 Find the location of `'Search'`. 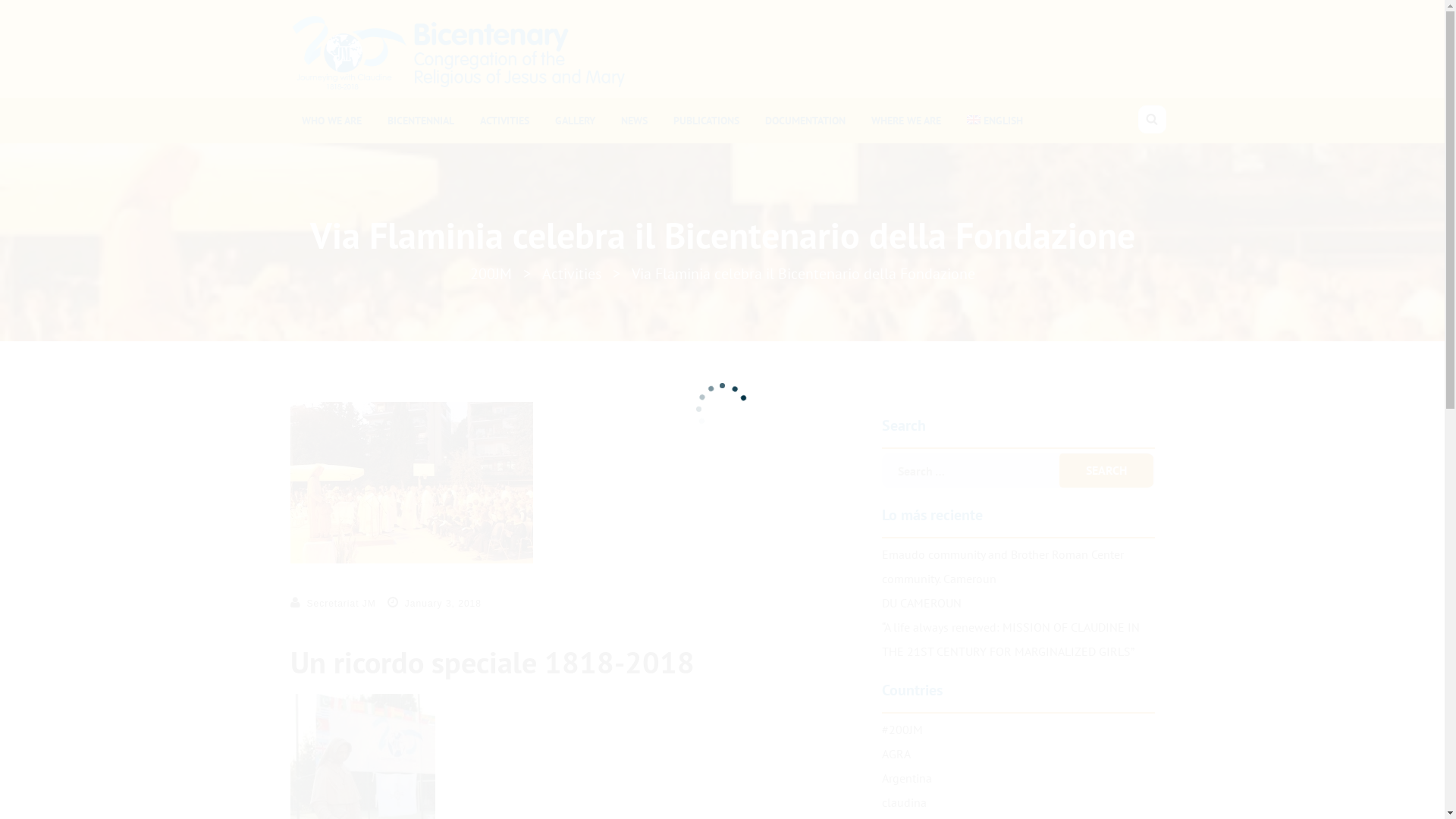

'Search' is located at coordinates (1106, 469).